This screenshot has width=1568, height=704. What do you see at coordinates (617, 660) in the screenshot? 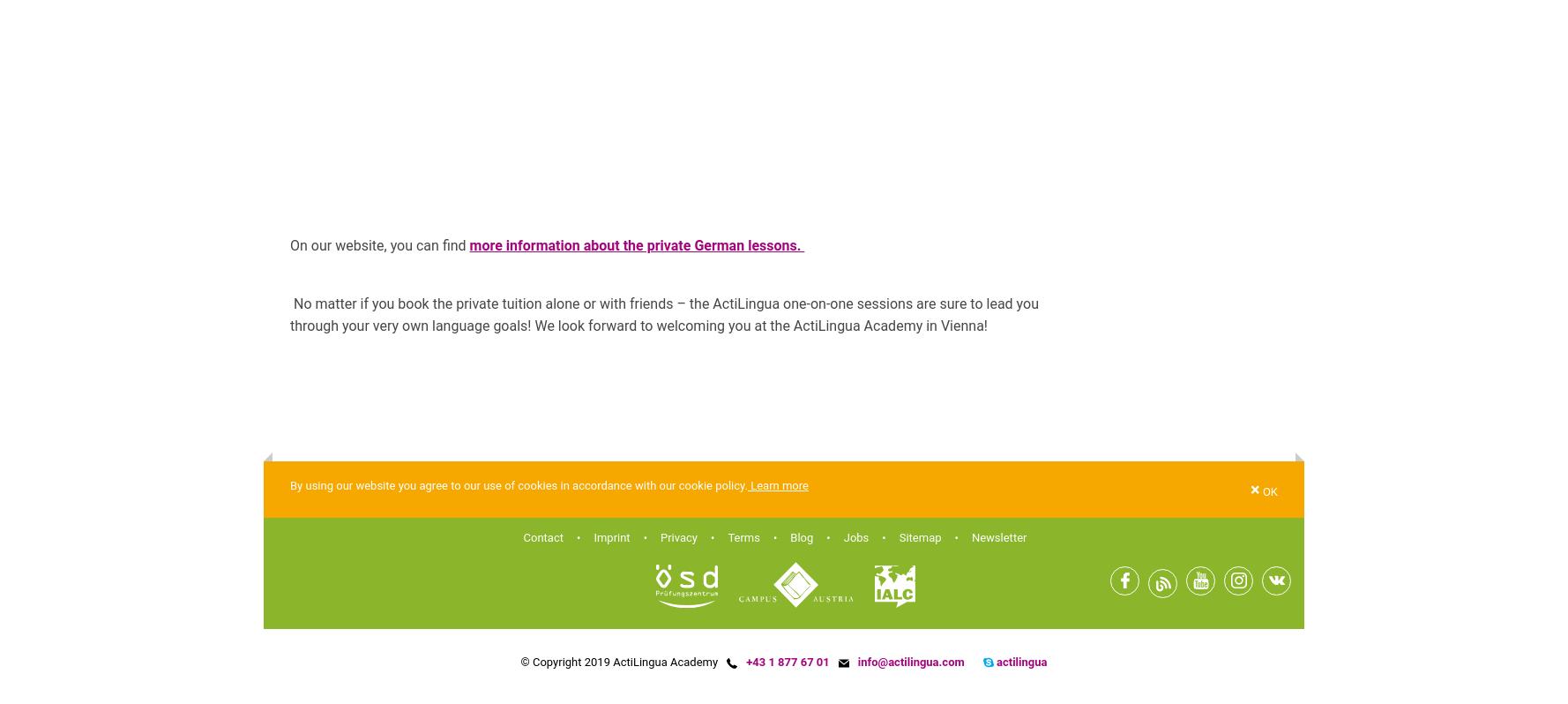
I see `'© Copyright 2019 ActiLingua Academy'` at bounding box center [617, 660].